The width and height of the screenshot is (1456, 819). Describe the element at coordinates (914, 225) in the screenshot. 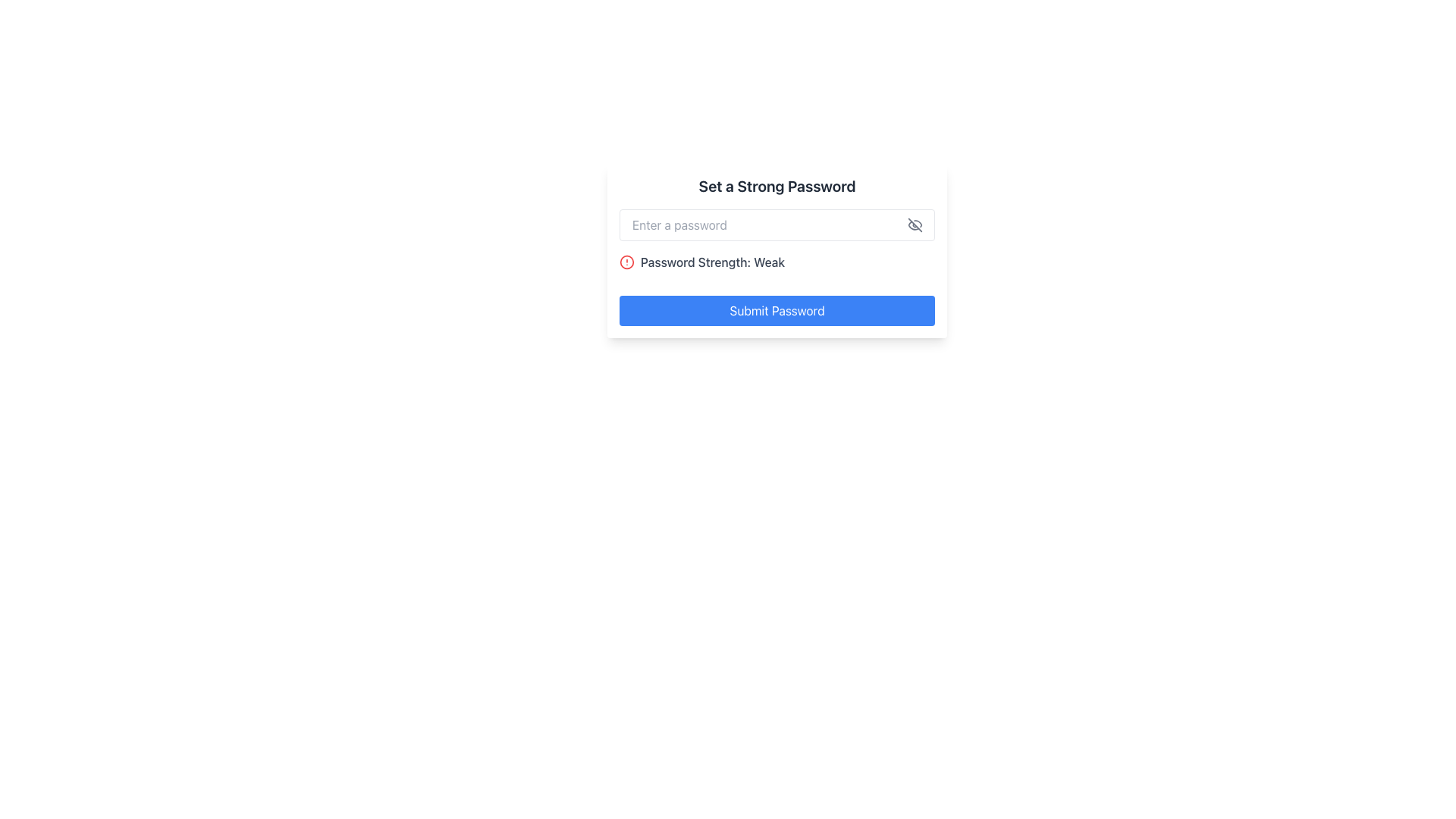

I see `the eye icon button that toggles visibility for the password input field` at that location.